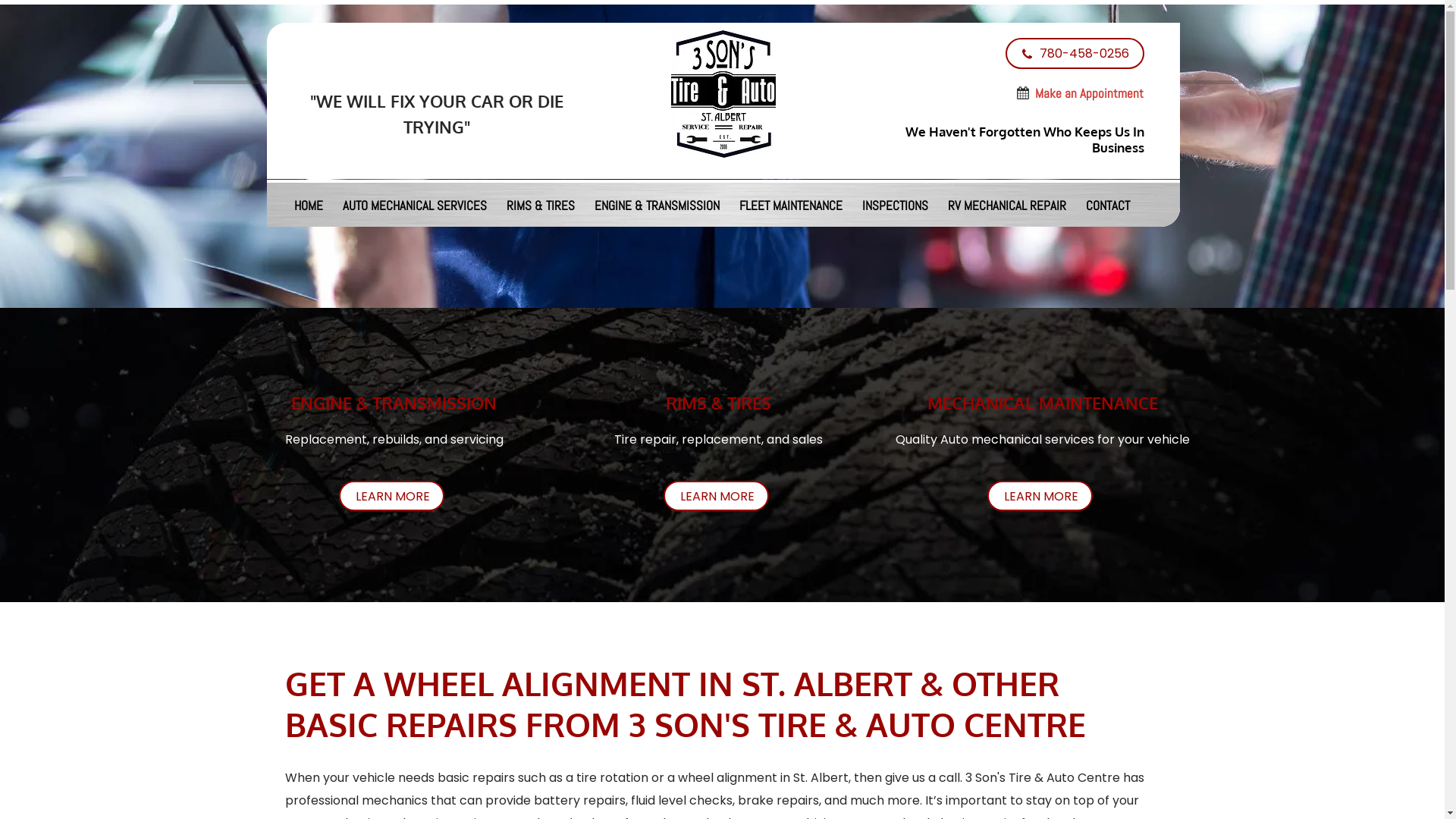 Image resolution: width=1456 pixels, height=819 pixels. I want to click on 'LEARN MORE', so click(1039, 496).